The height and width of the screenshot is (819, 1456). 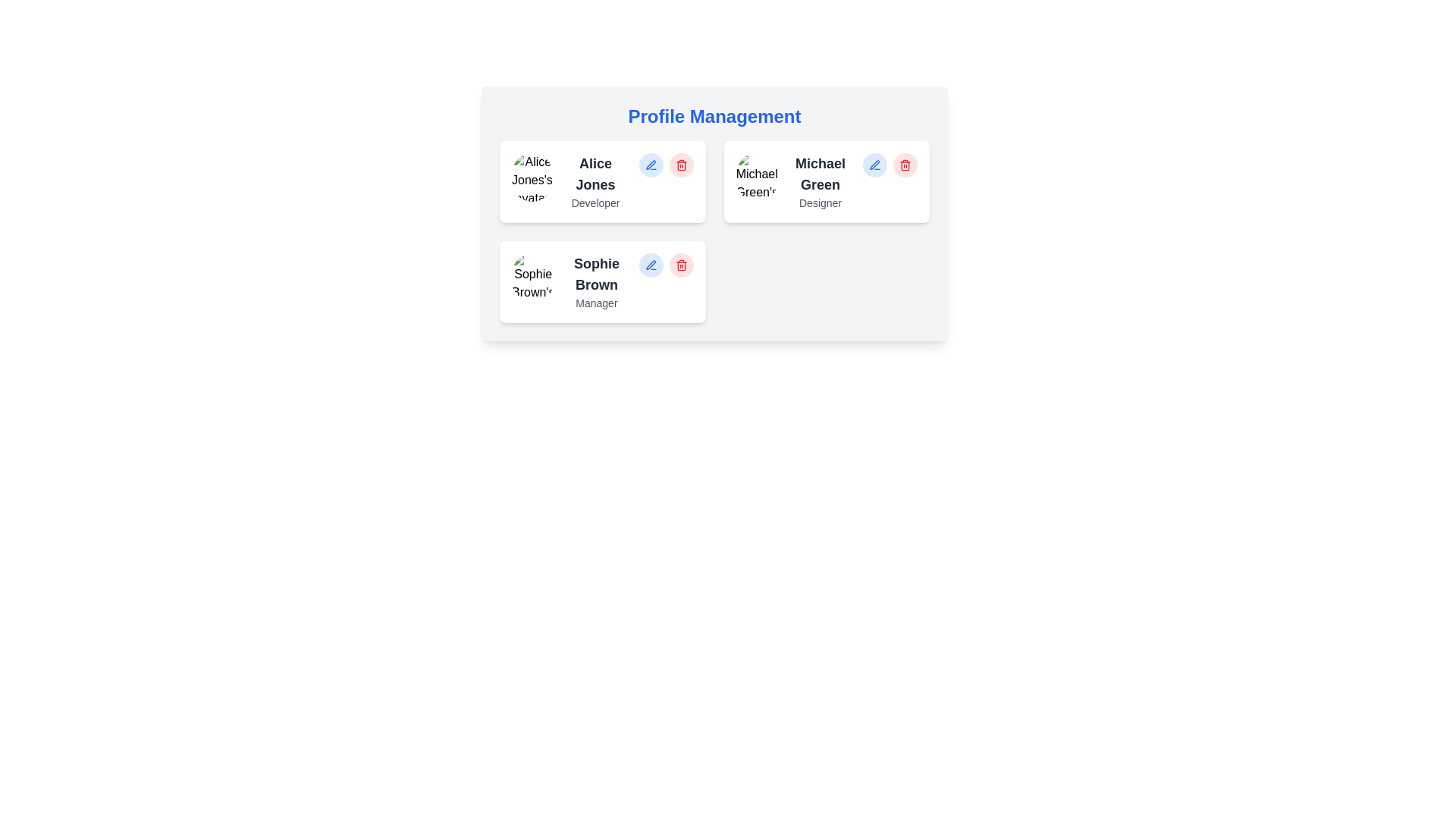 I want to click on text display that shows the name and job title of the user, located in the upper-left quadrant of the Profile Management section, beside the avatar image, so click(x=595, y=180).